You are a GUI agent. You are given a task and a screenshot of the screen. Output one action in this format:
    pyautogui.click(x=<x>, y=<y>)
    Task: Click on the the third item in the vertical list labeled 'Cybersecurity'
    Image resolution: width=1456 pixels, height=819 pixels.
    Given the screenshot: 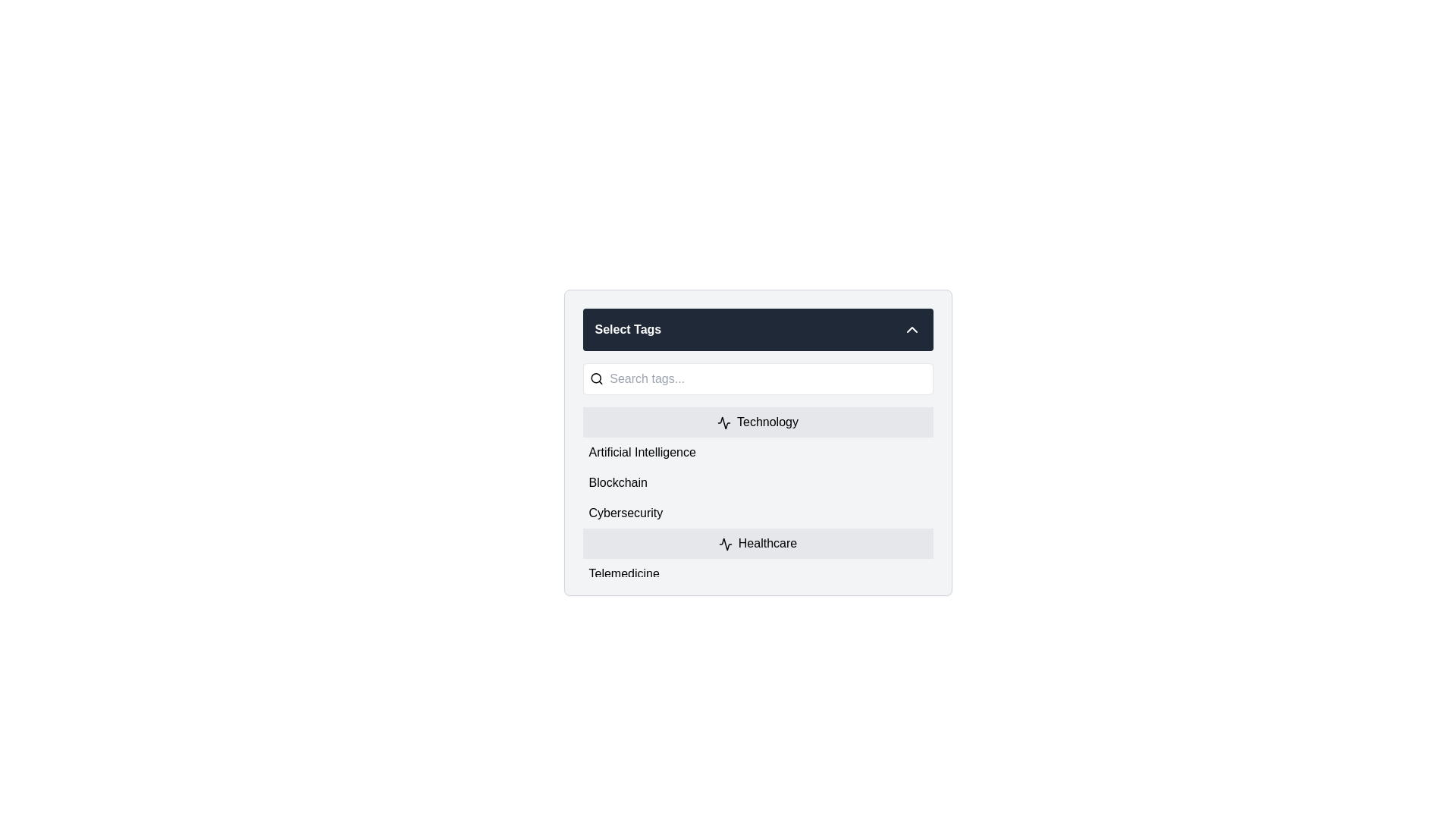 What is the action you would take?
    pyautogui.click(x=758, y=513)
    